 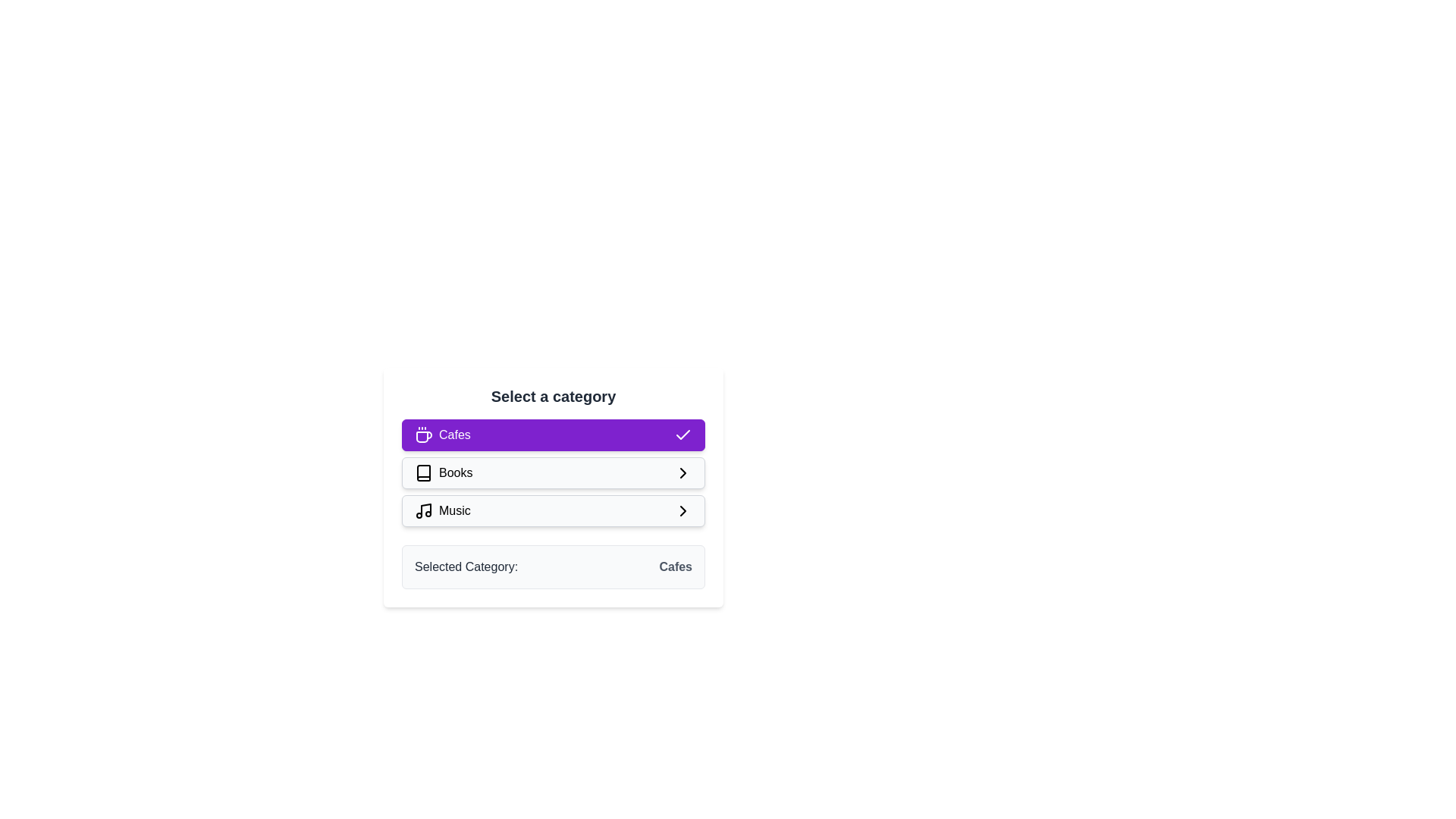 What do you see at coordinates (682, 511) in the screenshot?
I see `the right-pointing chevron icon located to the far right of the 'Music' entry in the 'Select a category' panel` at bounding box center [682, 511].